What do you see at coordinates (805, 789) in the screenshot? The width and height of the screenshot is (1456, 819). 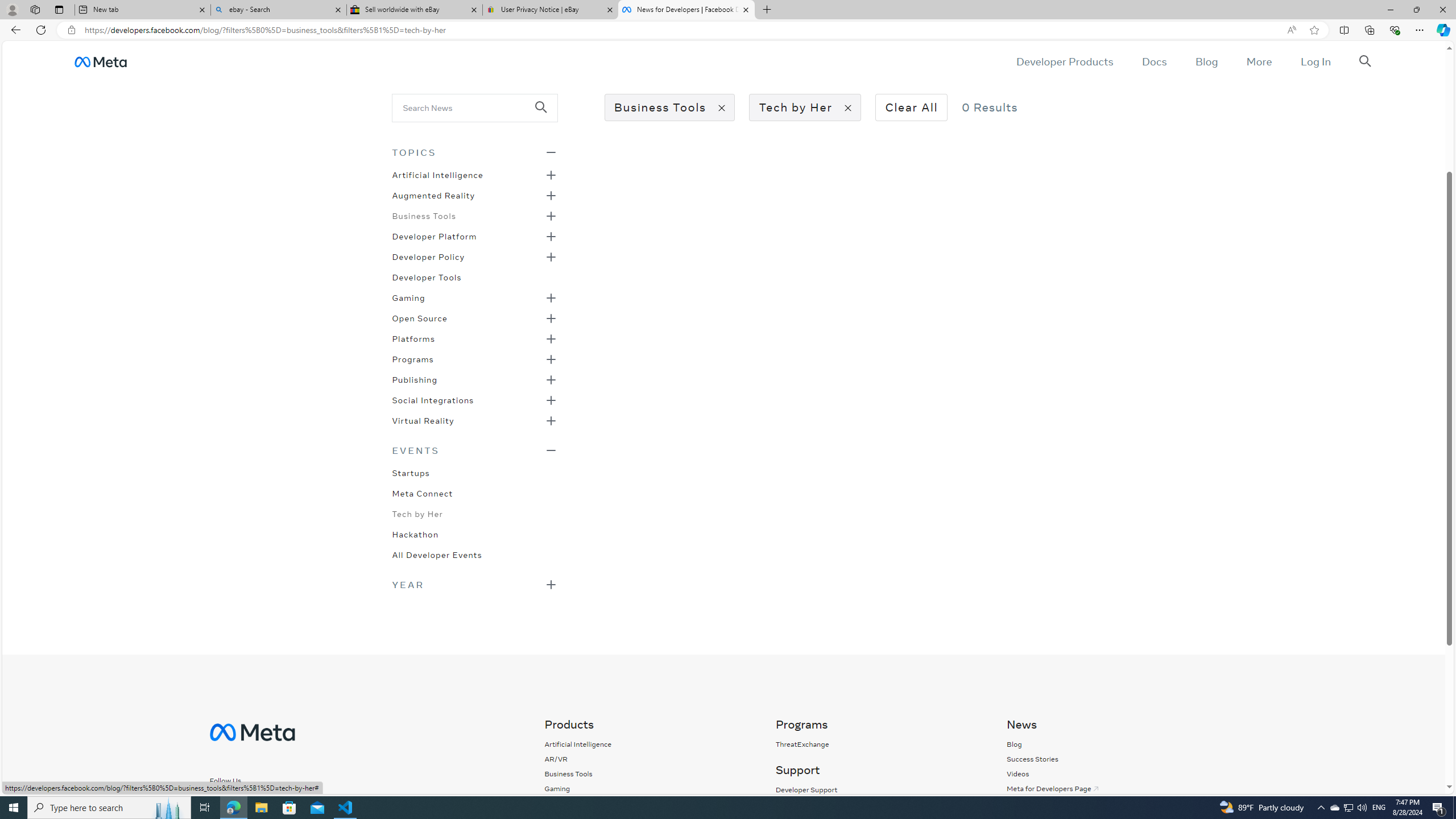 I see `'Developer Support'` at bounding box center [805, 789].